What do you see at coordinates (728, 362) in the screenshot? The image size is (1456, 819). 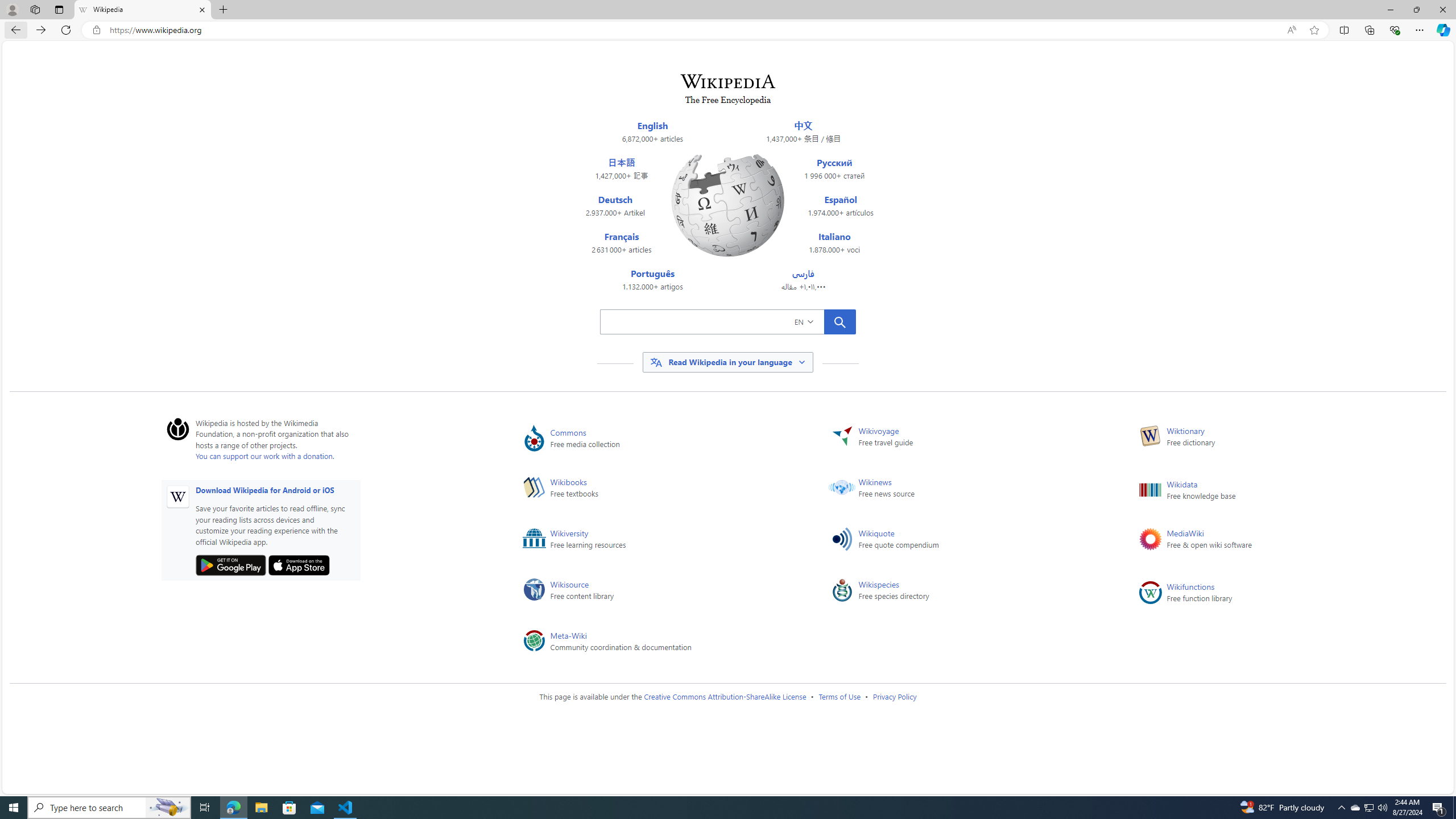 I see `'Read Wikipedia in your language '` at bounding box center [728, 362].